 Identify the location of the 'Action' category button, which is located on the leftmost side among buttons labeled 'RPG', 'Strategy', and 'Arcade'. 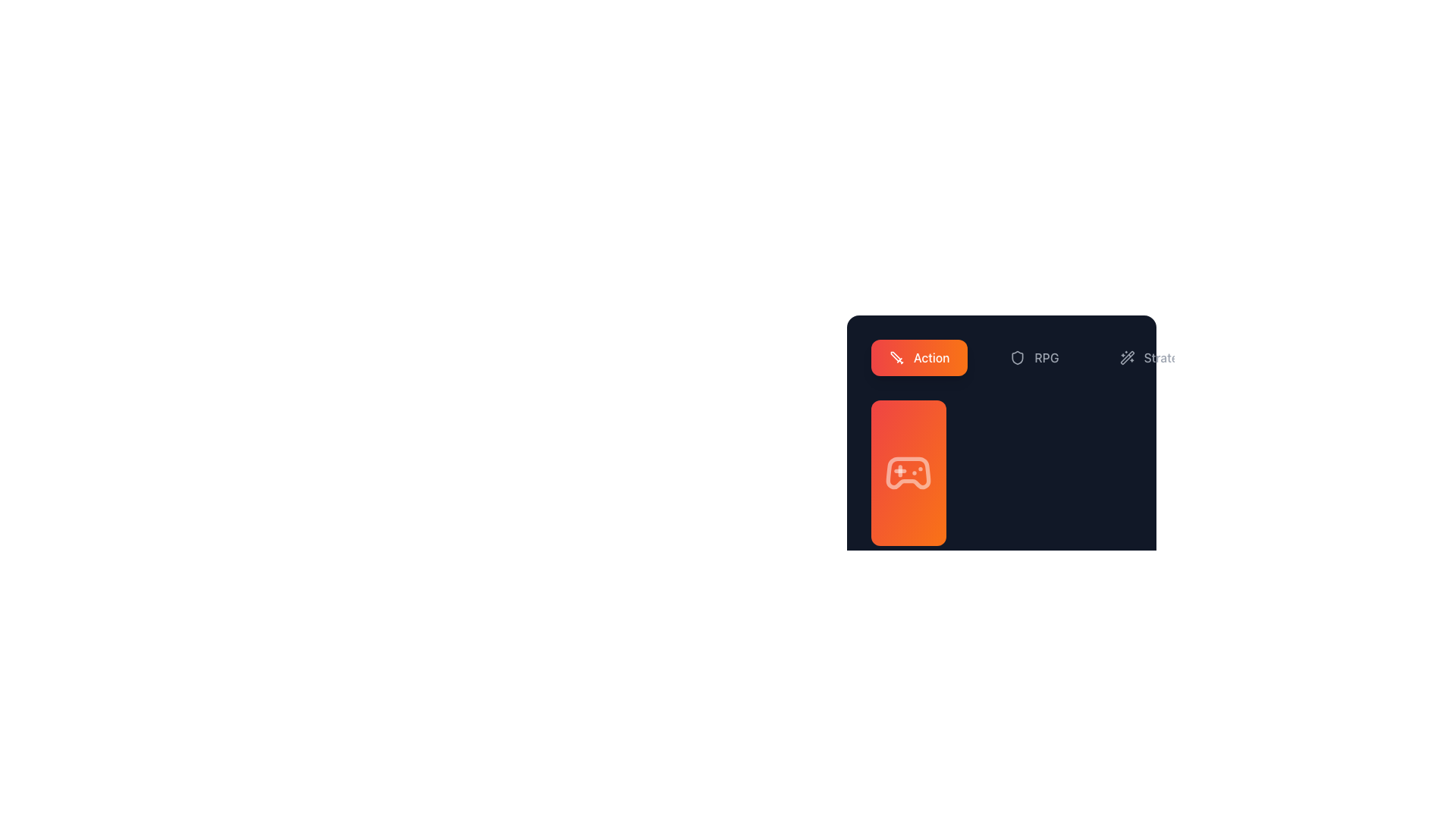
(918, 357).